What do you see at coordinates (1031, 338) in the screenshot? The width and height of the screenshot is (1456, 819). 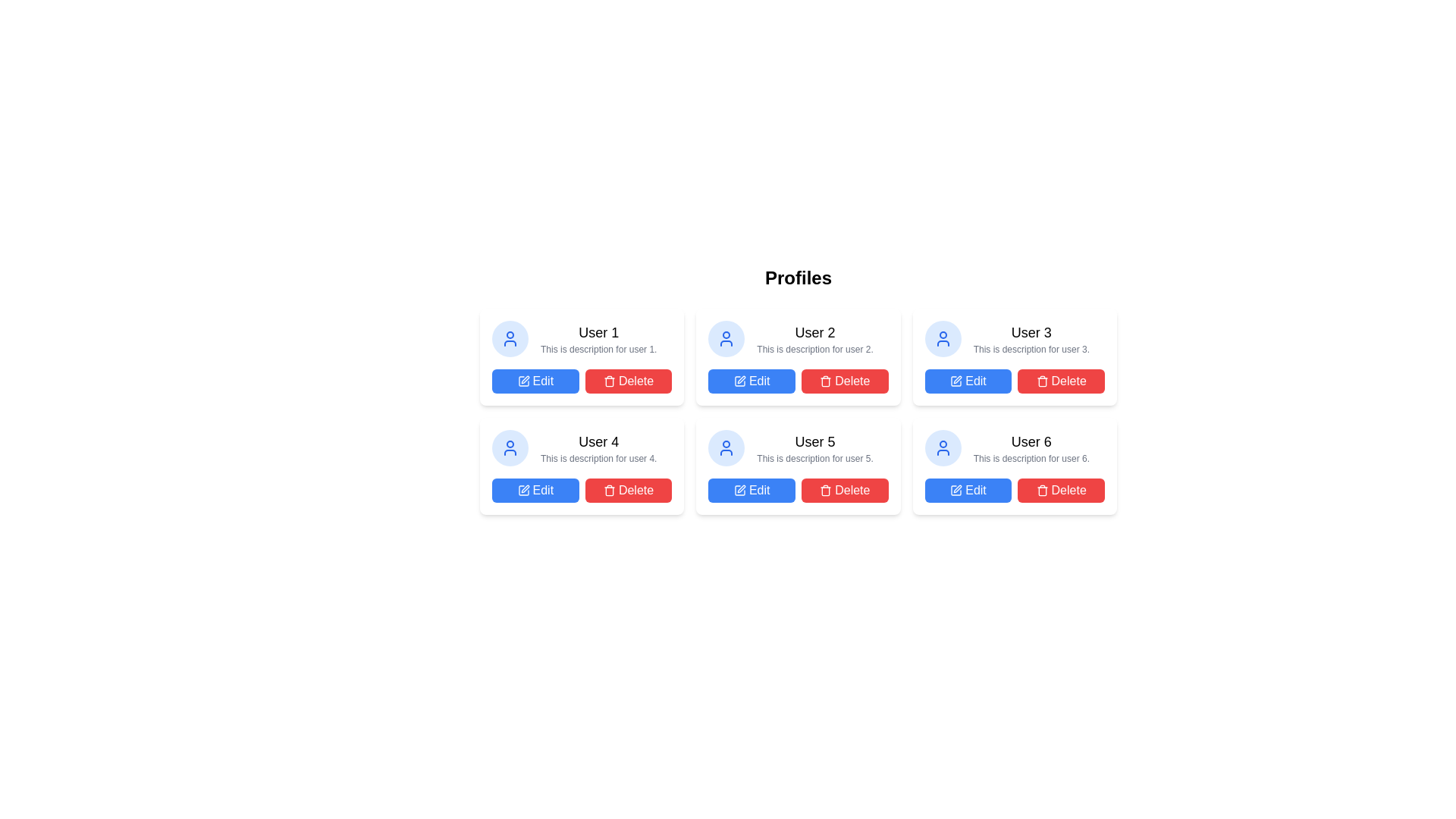 I see `text from the Text display component, which shows 'User 3' in bold and 'This is description for user 3.' below it, located in the second row of cards, third from the left` at bounding box center [1031, 338].